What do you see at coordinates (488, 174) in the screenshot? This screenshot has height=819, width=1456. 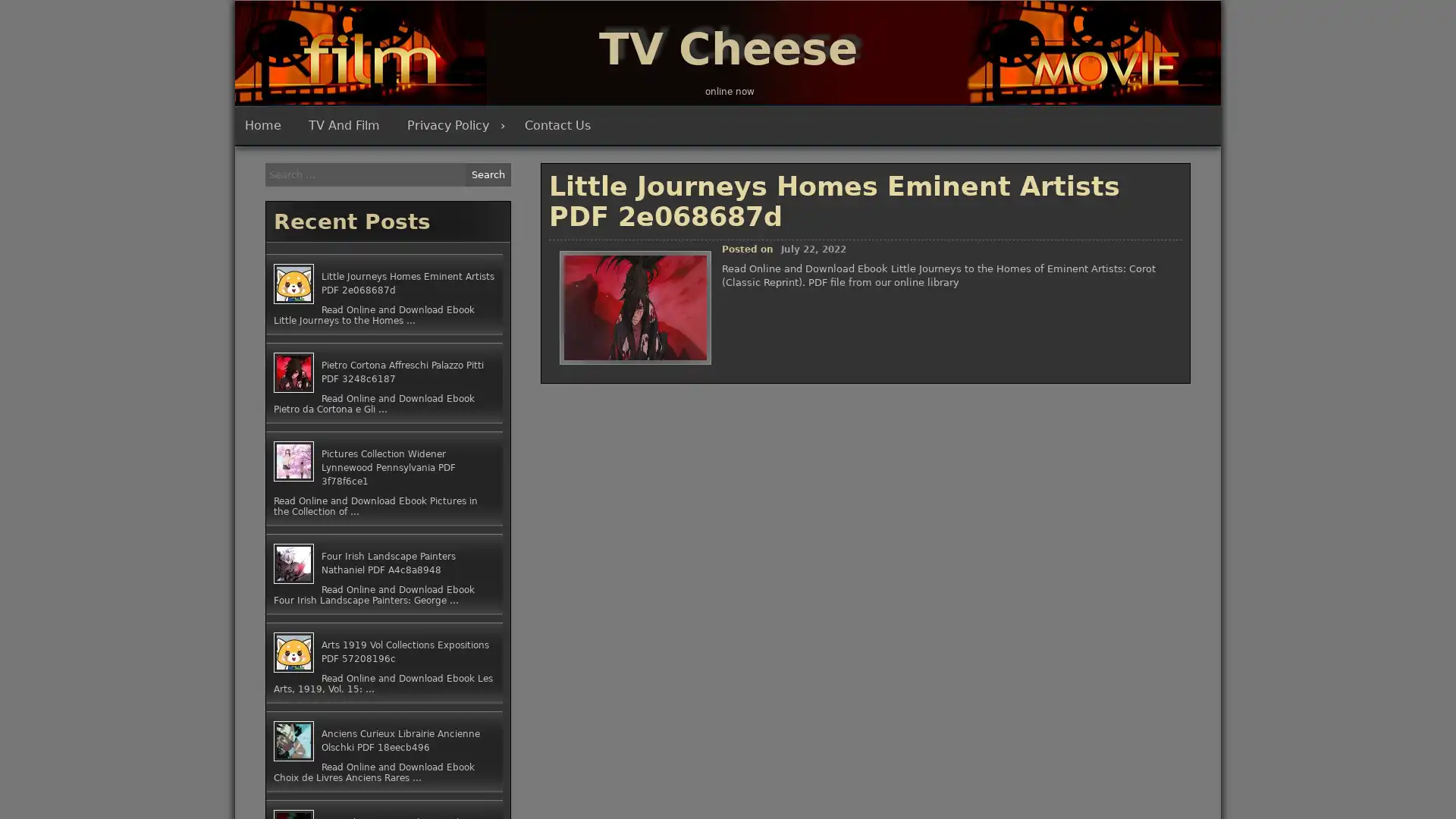 I see `Search` at bounding box center [488, 174].